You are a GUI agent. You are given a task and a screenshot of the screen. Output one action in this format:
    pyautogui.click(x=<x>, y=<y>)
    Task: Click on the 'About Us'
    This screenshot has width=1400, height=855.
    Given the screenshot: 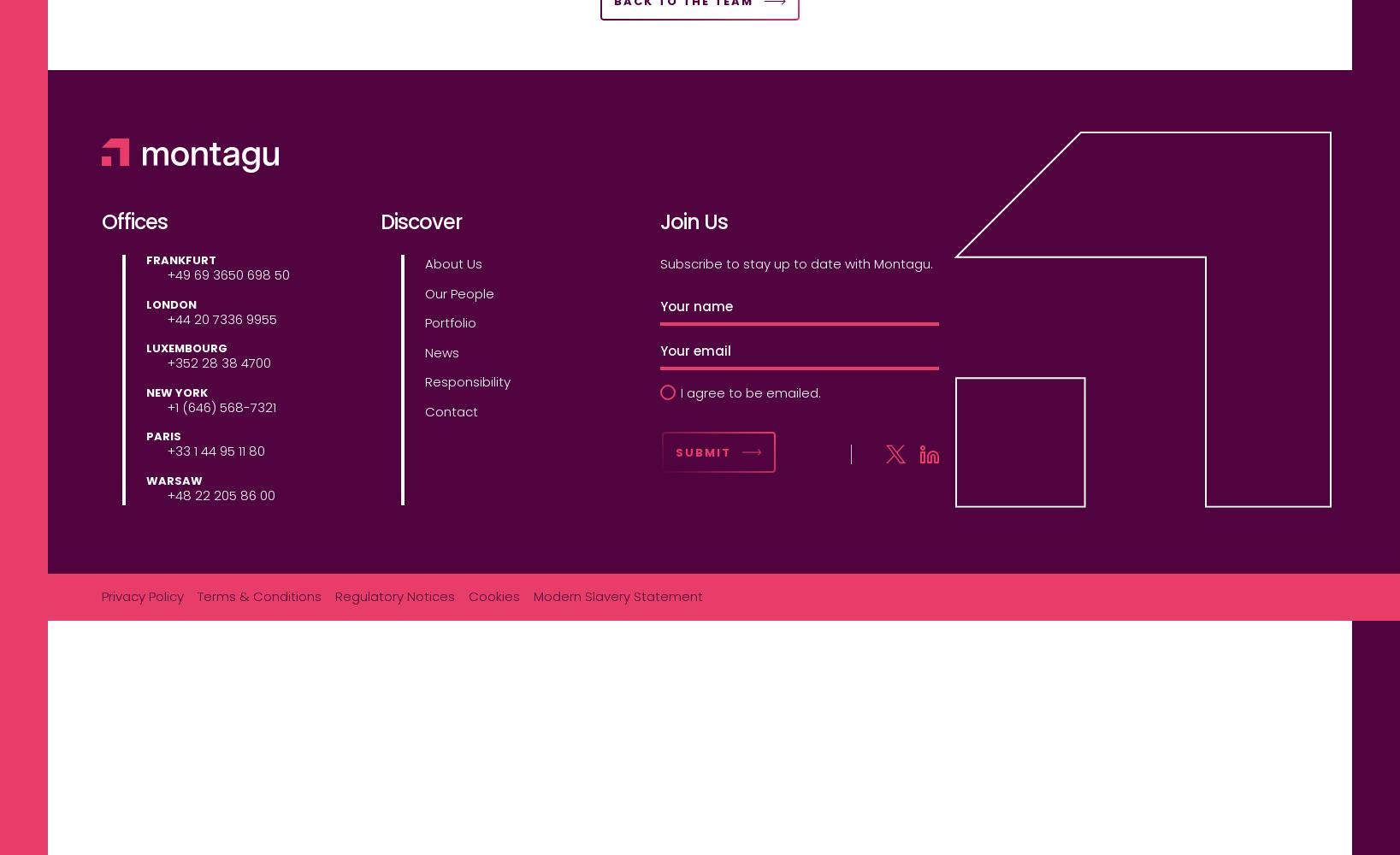 What is the action you would take?
    pyautogui.click(x=452, y=263)
    